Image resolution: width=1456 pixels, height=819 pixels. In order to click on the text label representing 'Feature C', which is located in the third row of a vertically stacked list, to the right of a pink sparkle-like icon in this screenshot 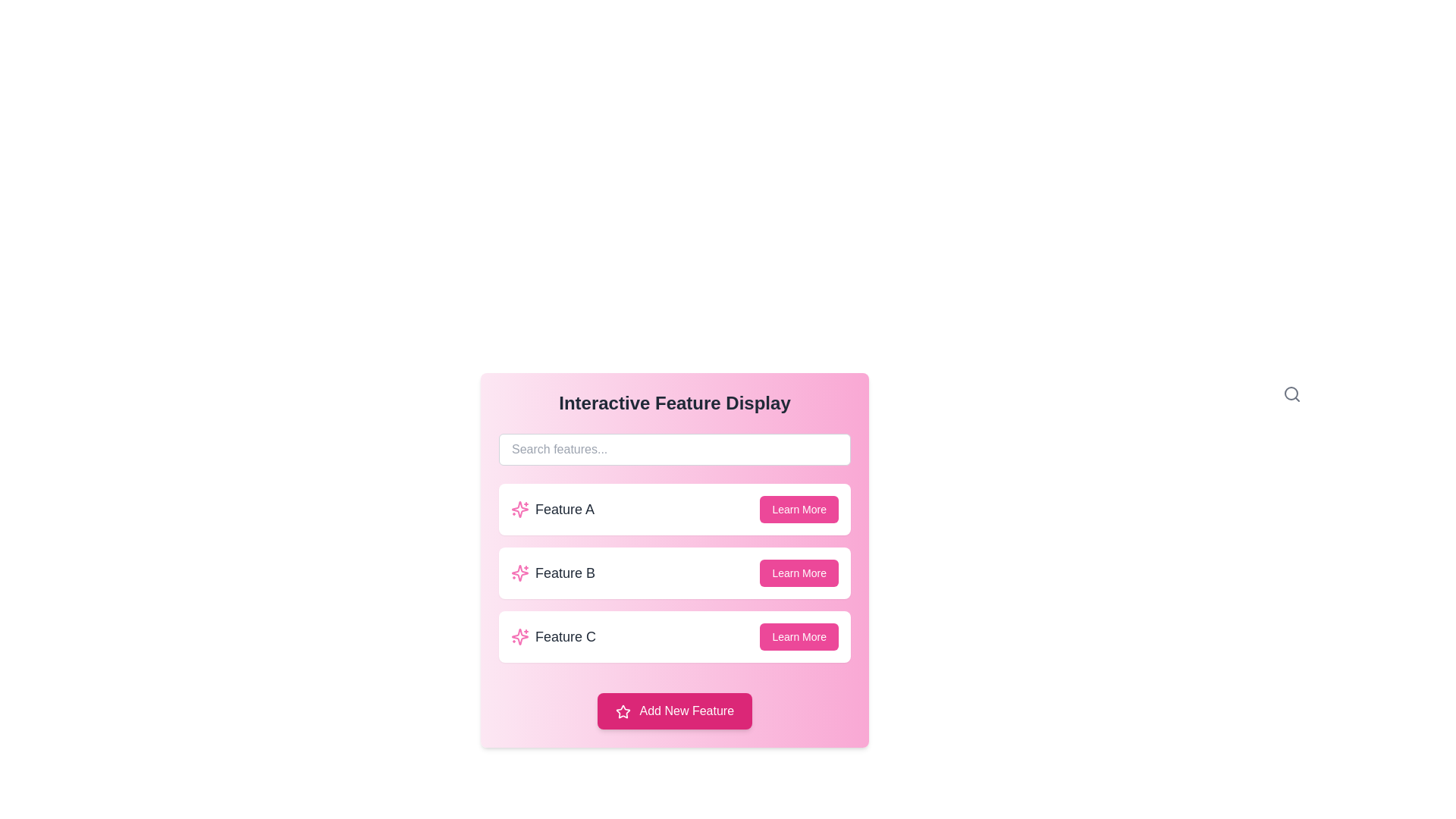, I will do `click(552, 637)`.